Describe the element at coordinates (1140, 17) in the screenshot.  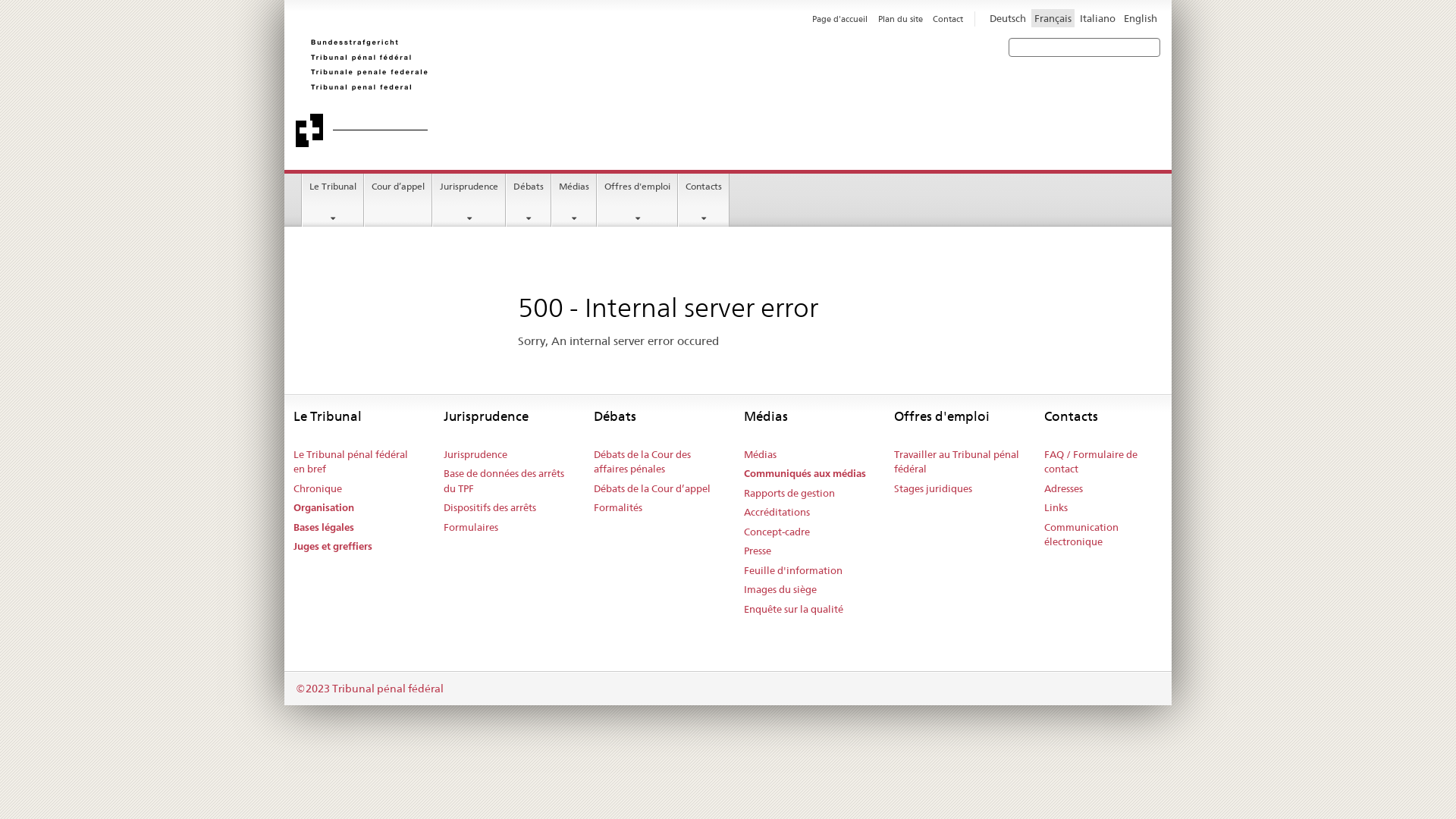
I see `'English'` at that location.